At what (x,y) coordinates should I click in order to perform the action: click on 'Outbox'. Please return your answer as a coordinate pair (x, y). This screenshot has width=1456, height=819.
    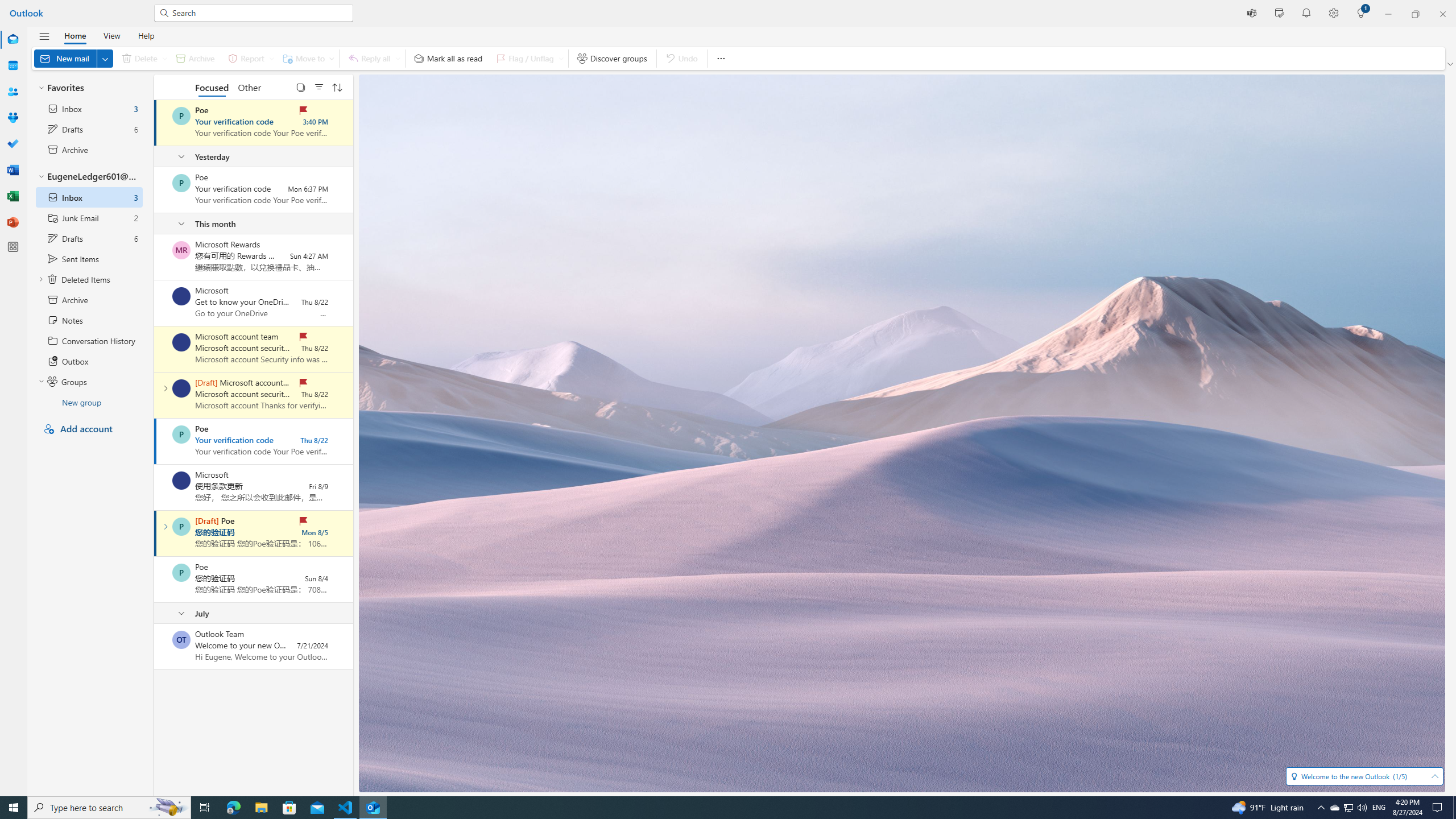
    Looking at the image, I should click on (89, 360).